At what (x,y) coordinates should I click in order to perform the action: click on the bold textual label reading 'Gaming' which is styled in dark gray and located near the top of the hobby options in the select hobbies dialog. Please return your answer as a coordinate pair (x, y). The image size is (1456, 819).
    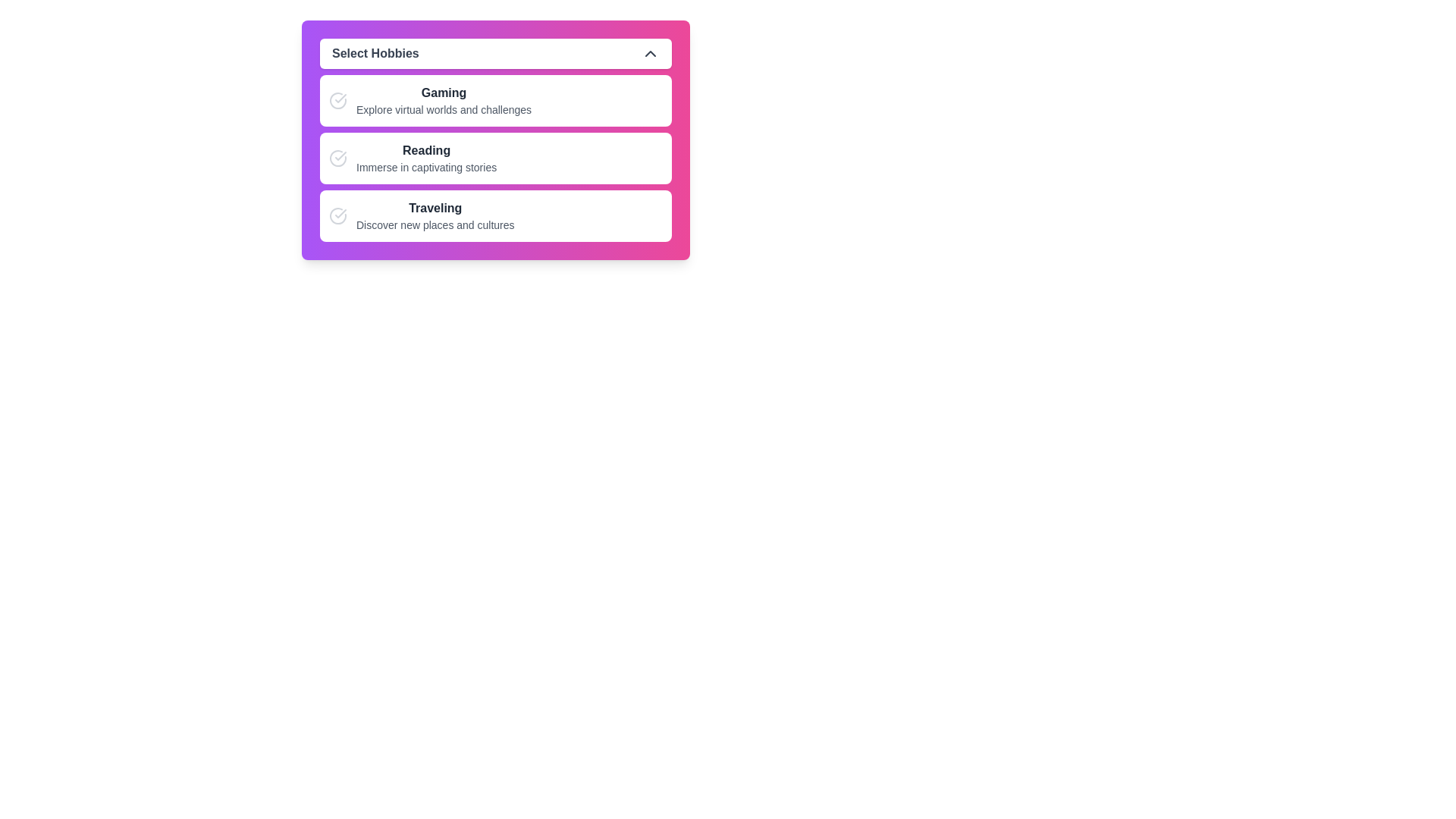
    Looking at the image, I should click on (443, 93).